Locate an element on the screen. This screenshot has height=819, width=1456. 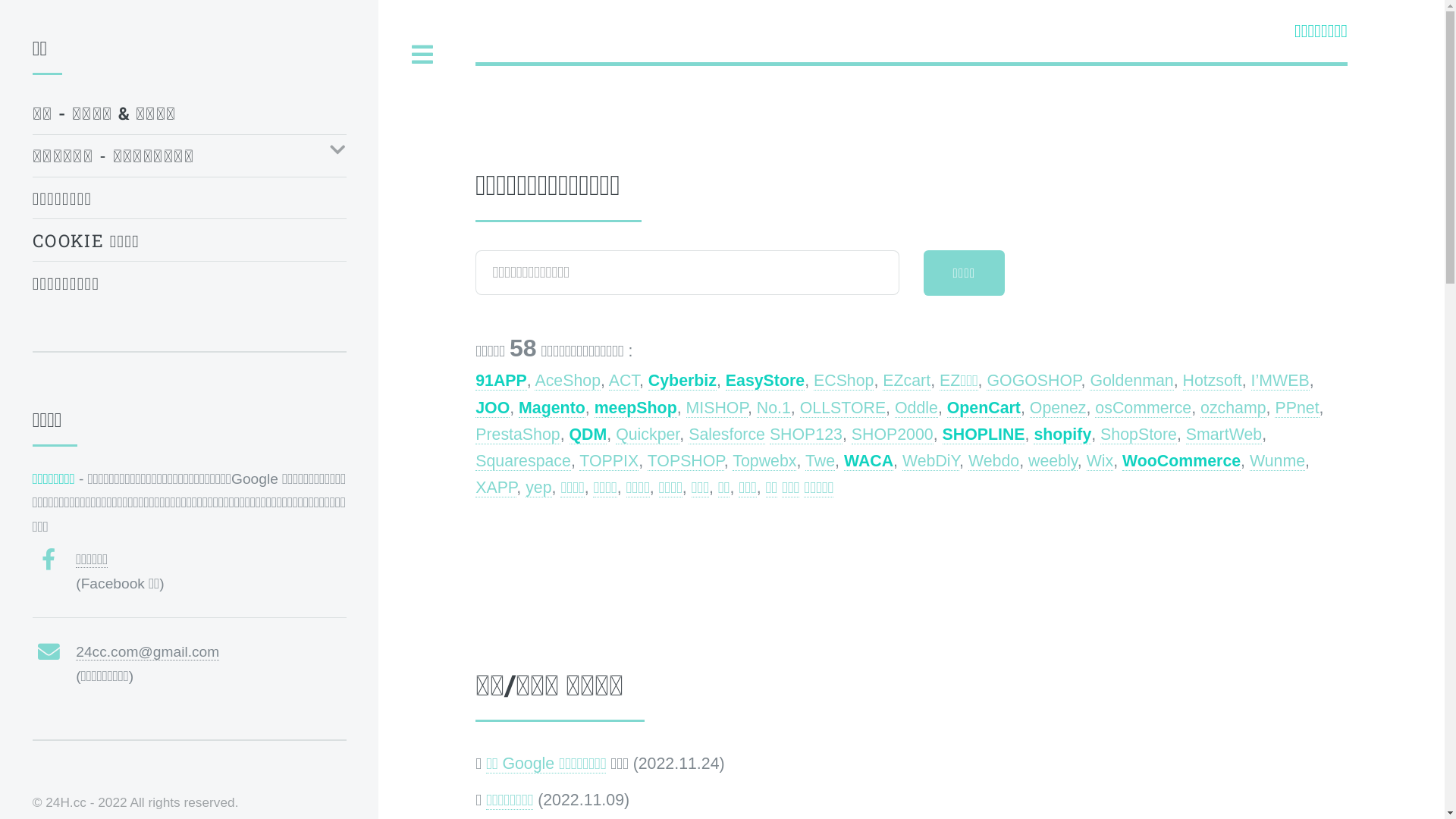
'Goldenman' is located at coordinates (1088, 380).